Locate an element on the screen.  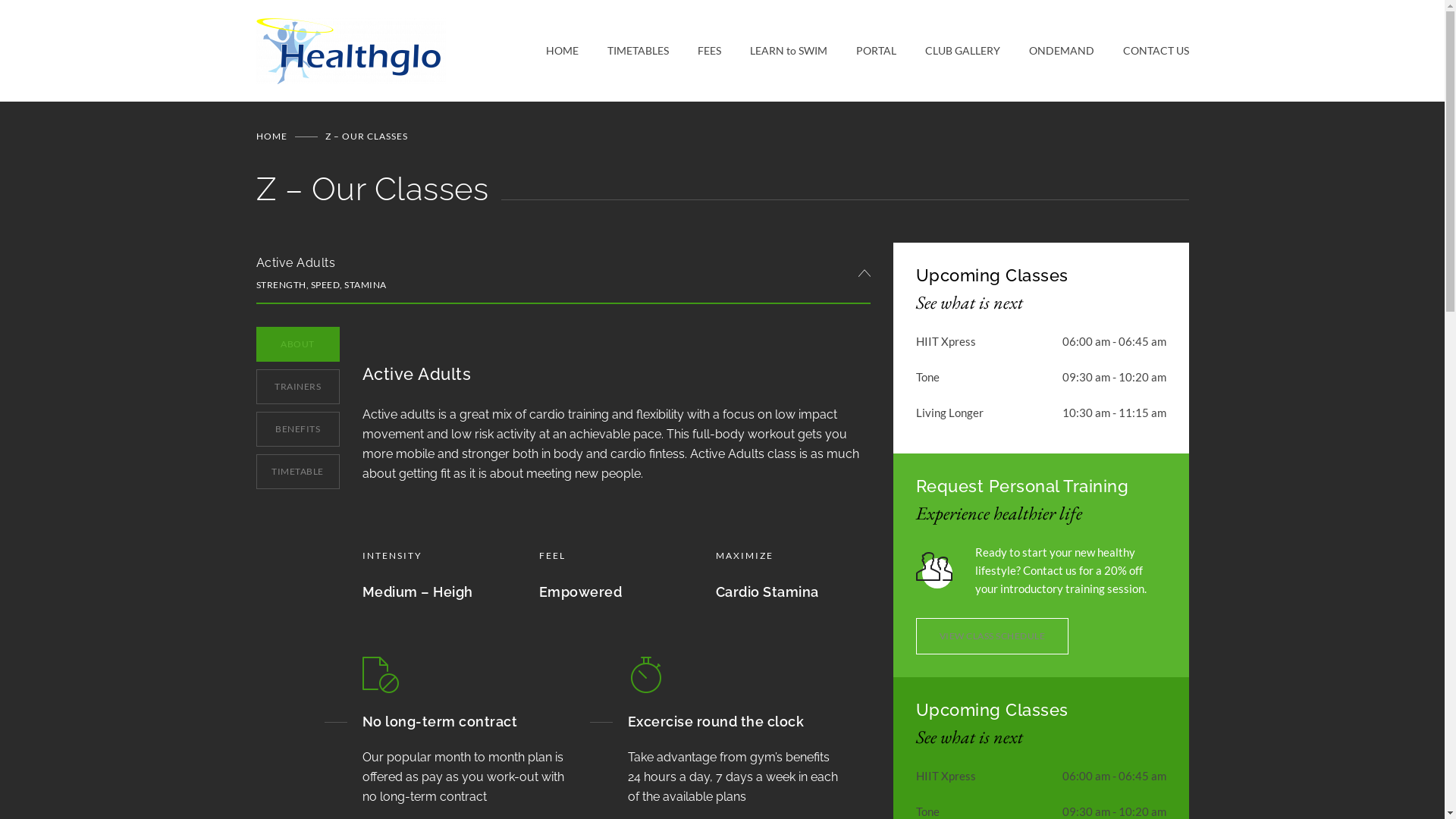
'TIMETABLES' is located at coordinates (623, 49).